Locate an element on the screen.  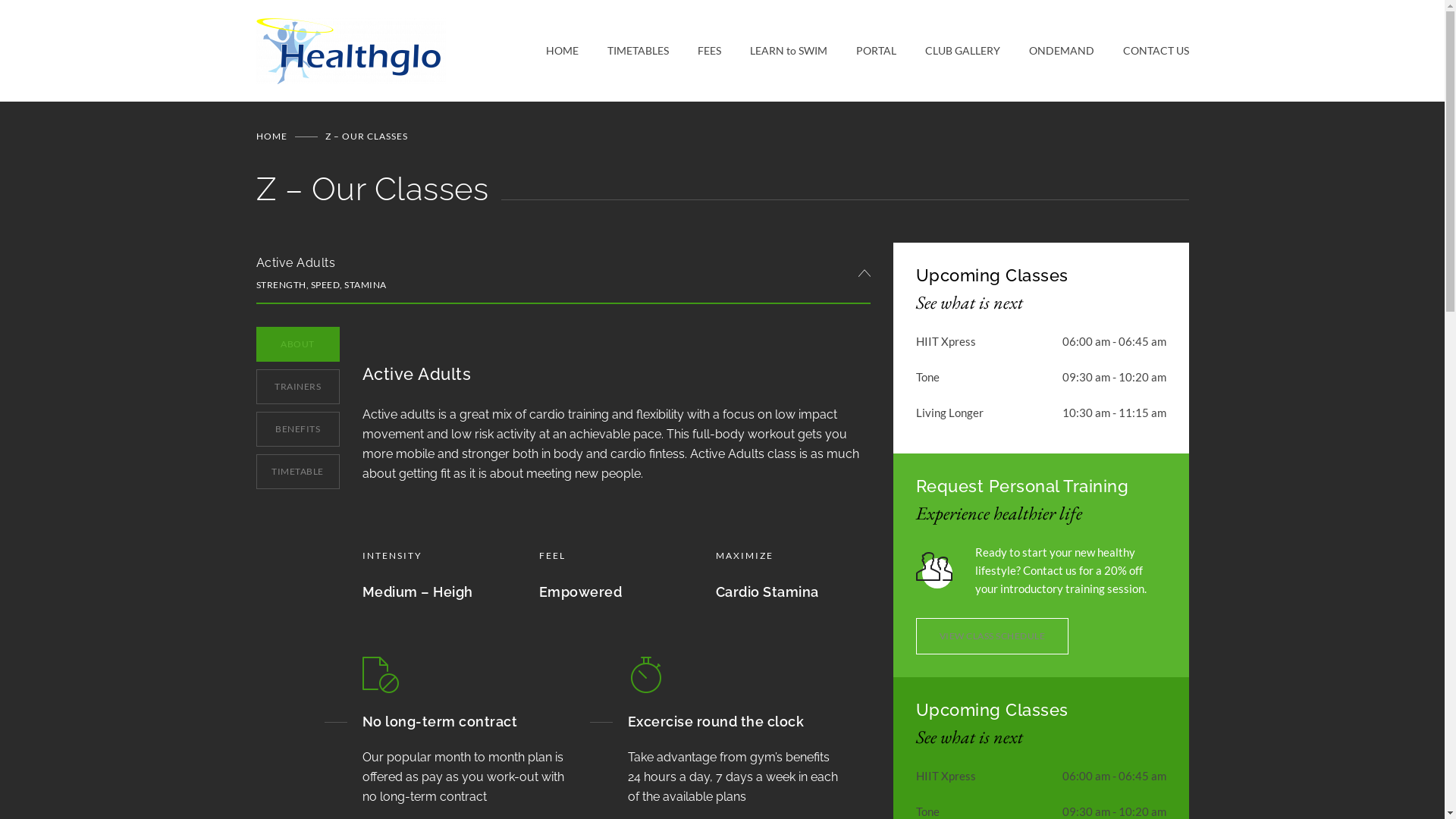
'TIMETABLES' is located at coordinates (623, 49).